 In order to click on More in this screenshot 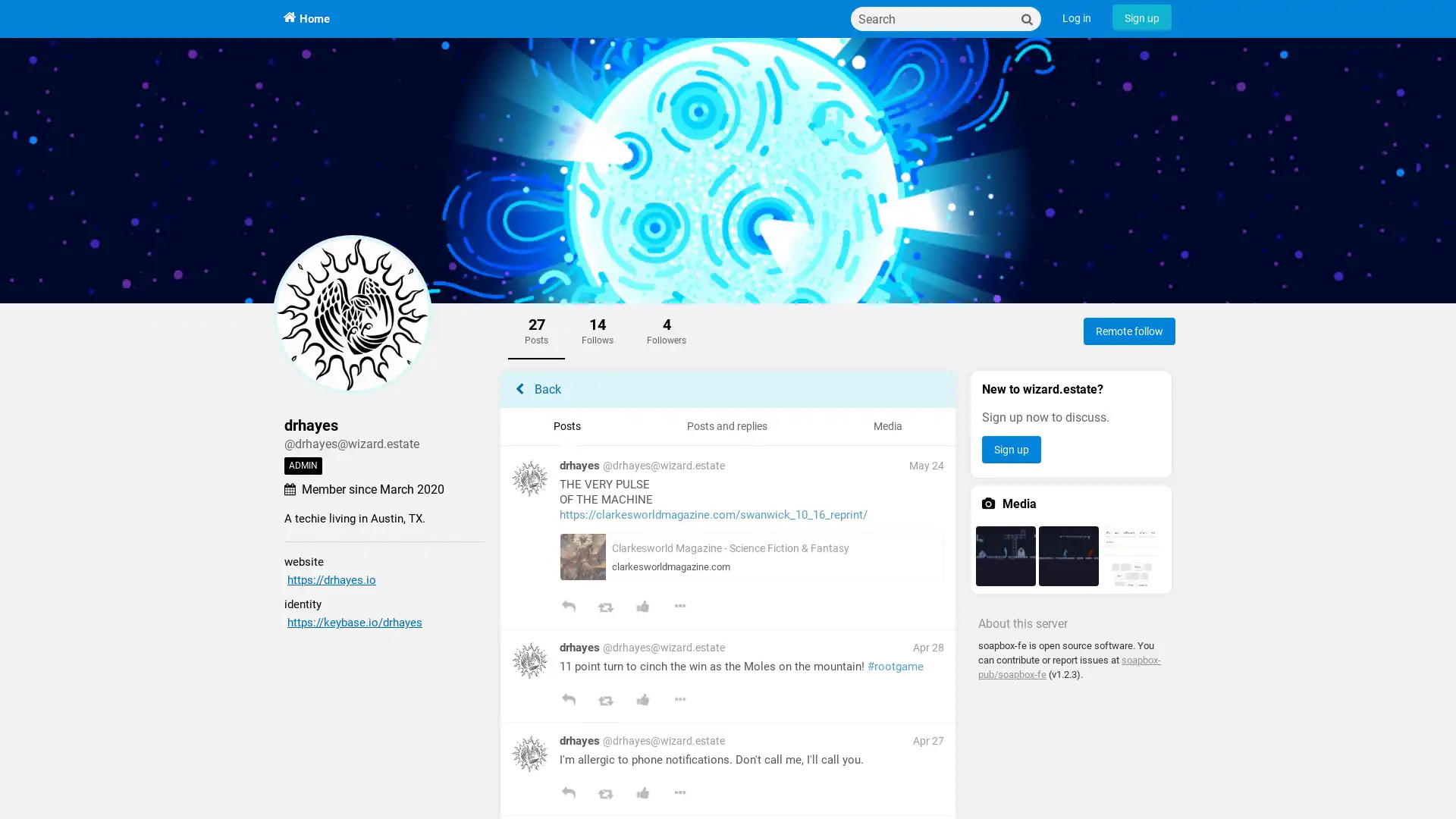, I will do `click(679, 794)`.